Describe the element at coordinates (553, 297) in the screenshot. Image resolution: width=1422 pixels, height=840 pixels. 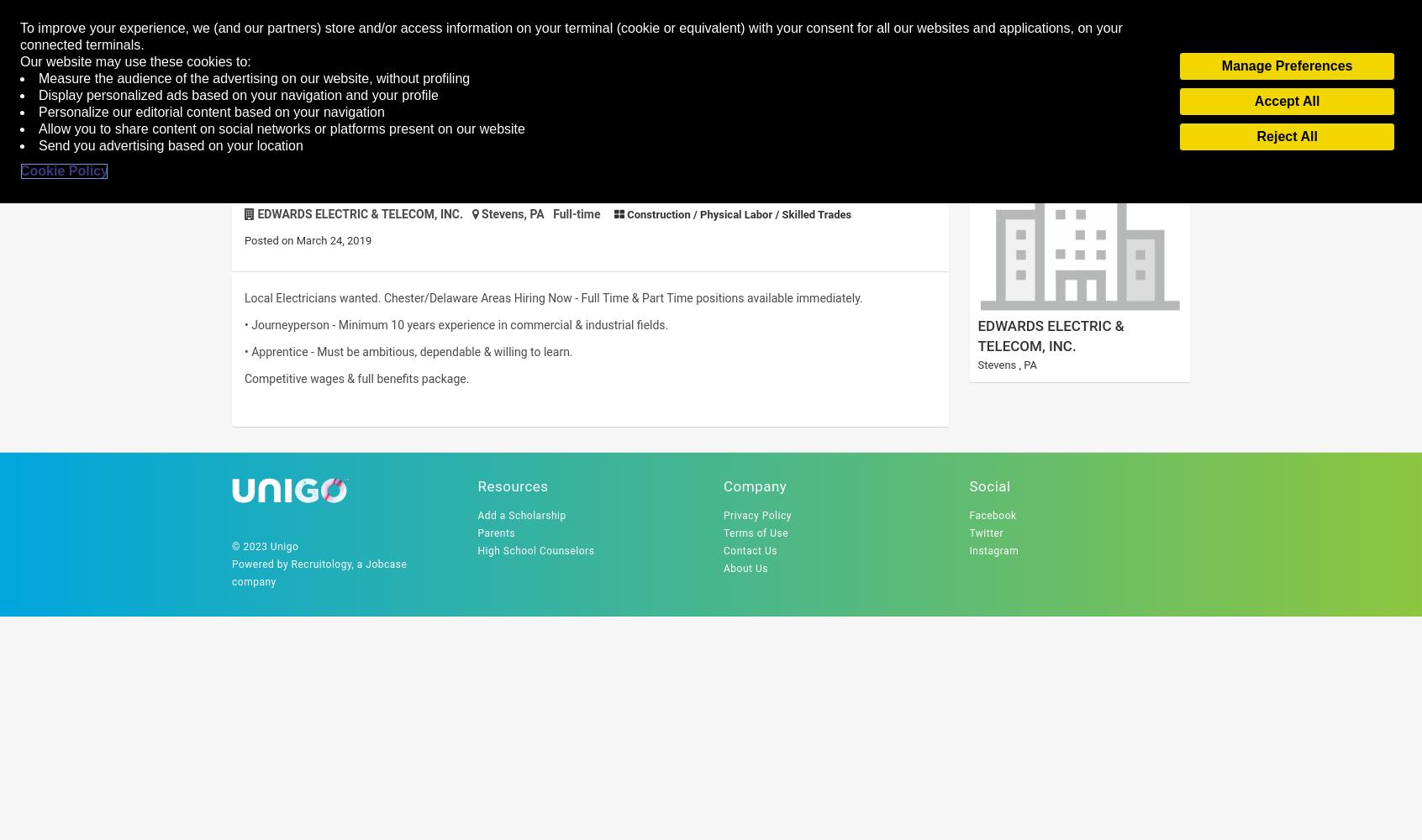
I see `'Local Electricians wanted. Chester/Delaware Areas Hiring Now - Full Time & Part Time positions available immediately.'` at that location.